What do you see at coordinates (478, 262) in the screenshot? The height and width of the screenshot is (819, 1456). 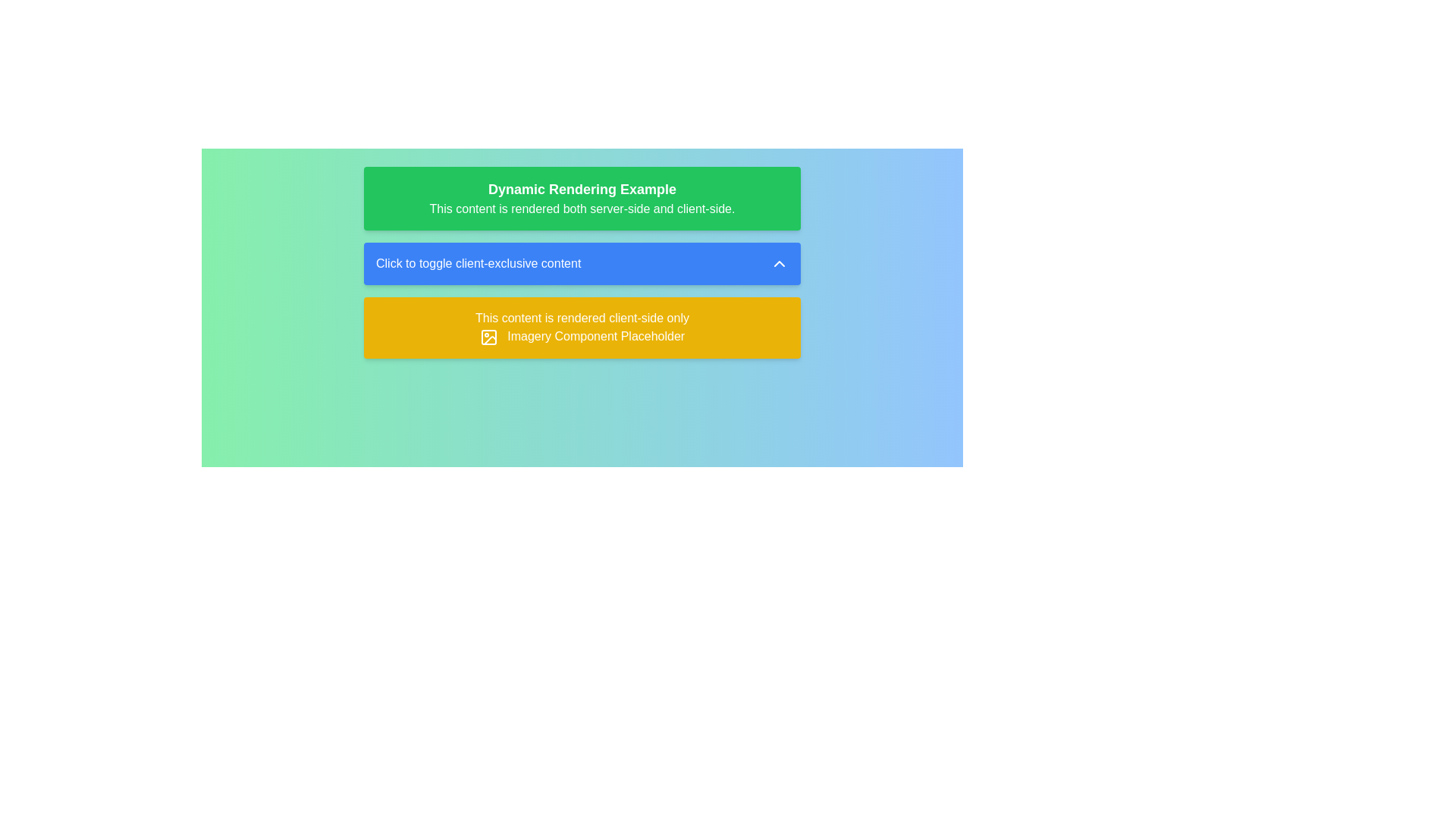 I see `text from the instructional text label located in the blue background banner below the green 'Dynamic Rendering Example' banner` at bounding box center [478, 262].